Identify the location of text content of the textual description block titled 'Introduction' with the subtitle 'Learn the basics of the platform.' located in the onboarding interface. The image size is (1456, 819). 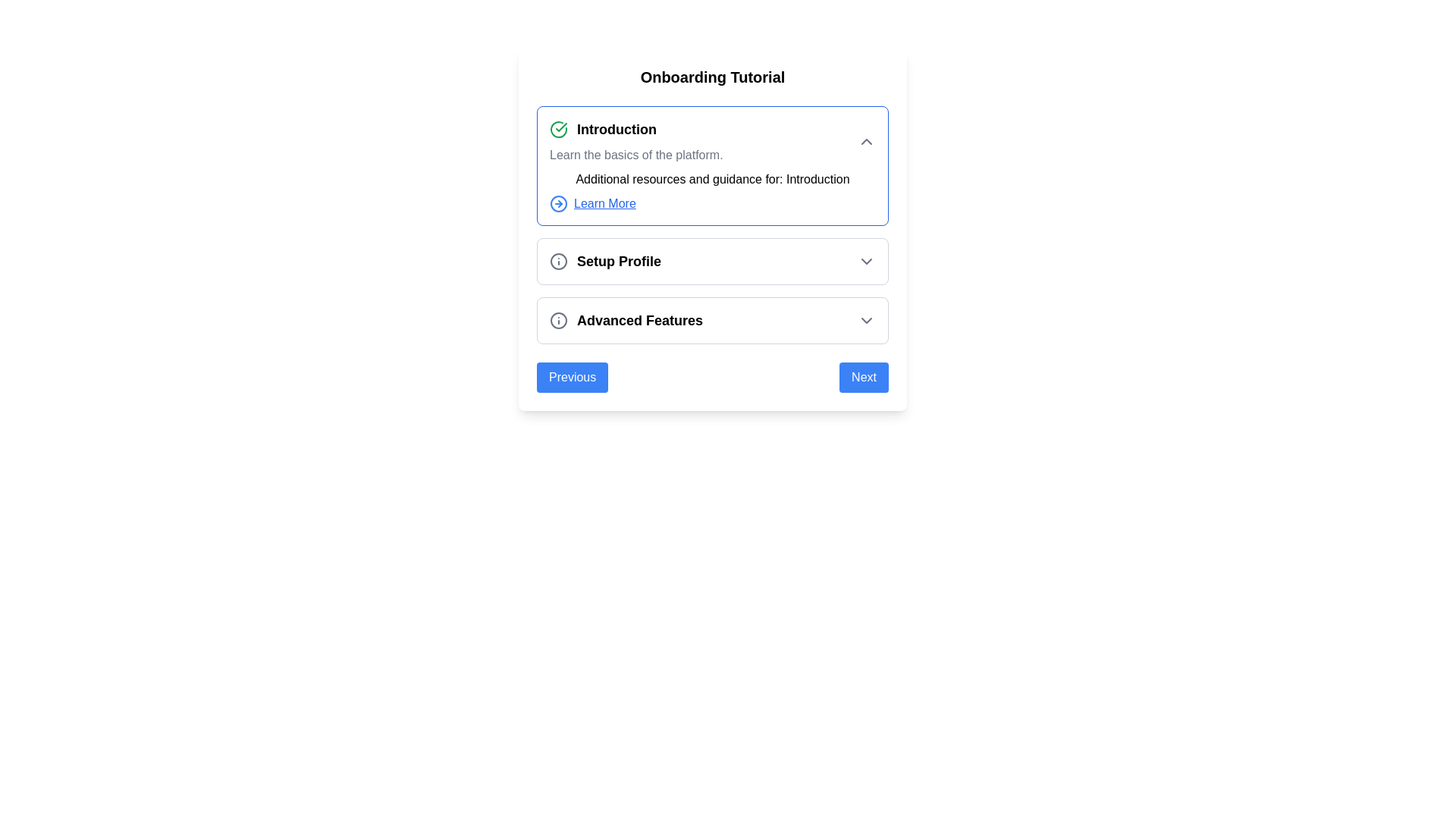
(636, 141).